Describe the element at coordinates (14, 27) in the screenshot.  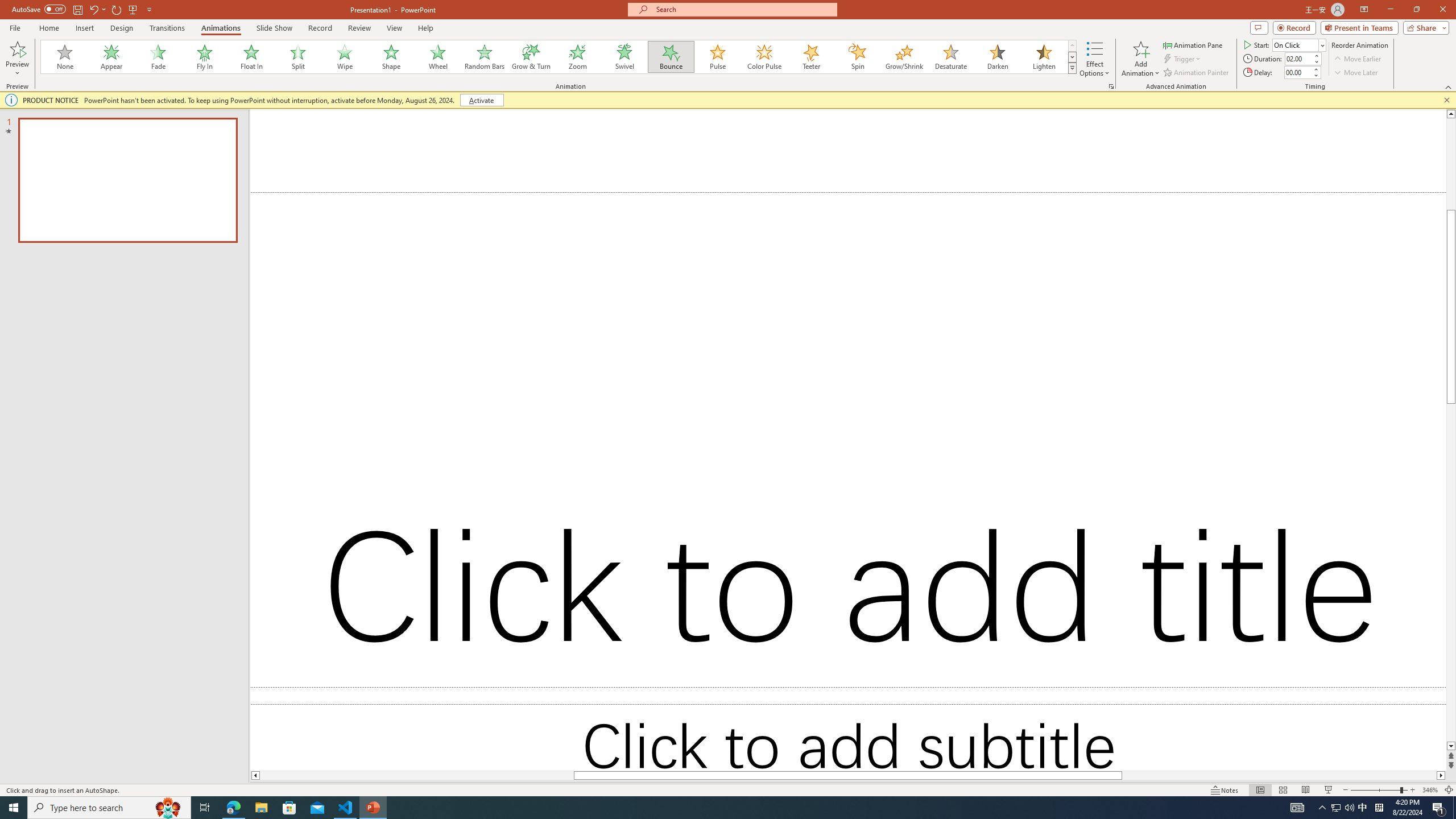
I see `'File Tab'` at that location.